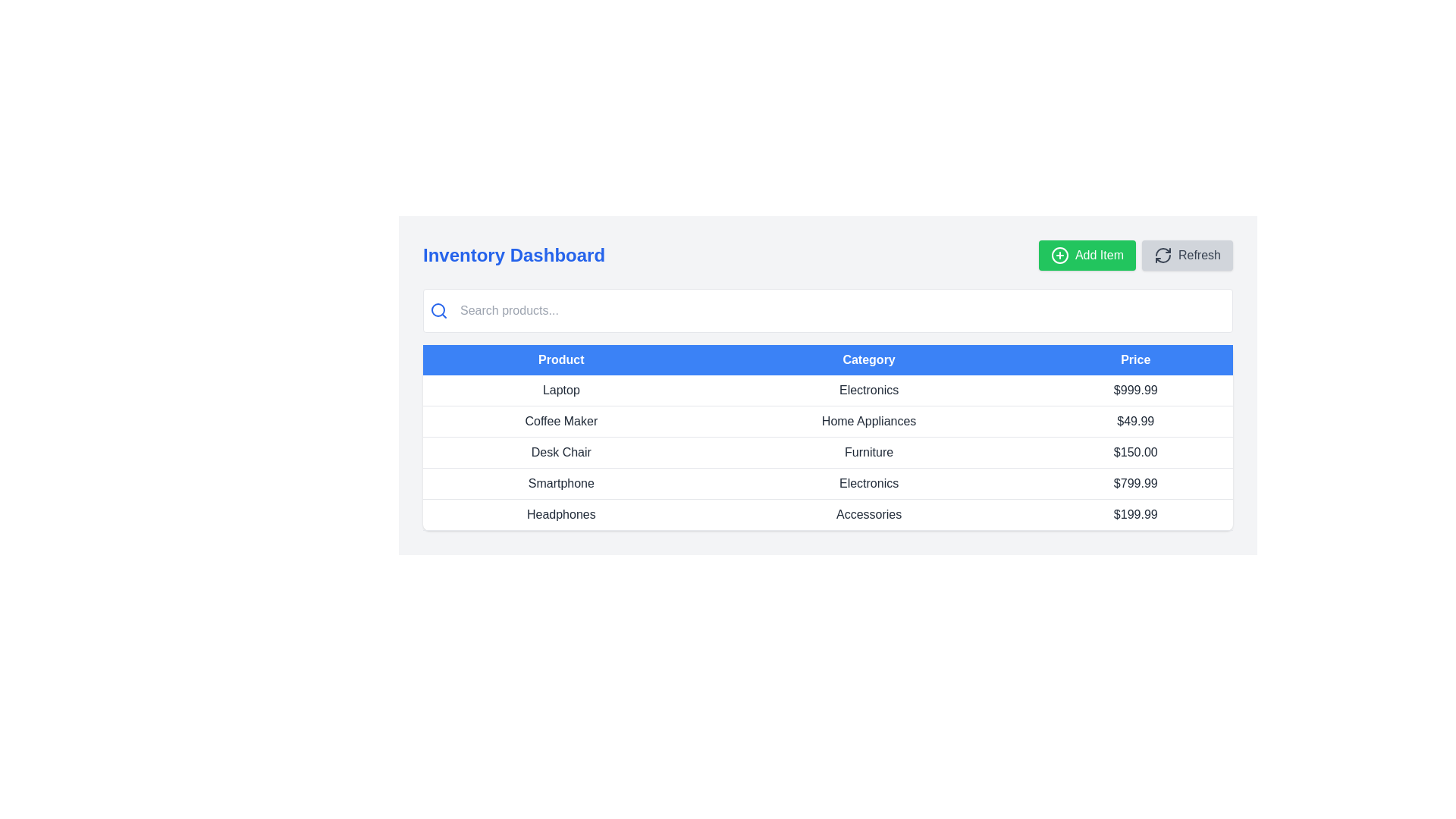 This screenshot has height=819, width=1456. What do you see at coordinates (1086, 254) in the screenshot?
I see `the button located in the top-right section of the interface, which allows users to add a new item to the inventory` at bounding box center [1086, 254].